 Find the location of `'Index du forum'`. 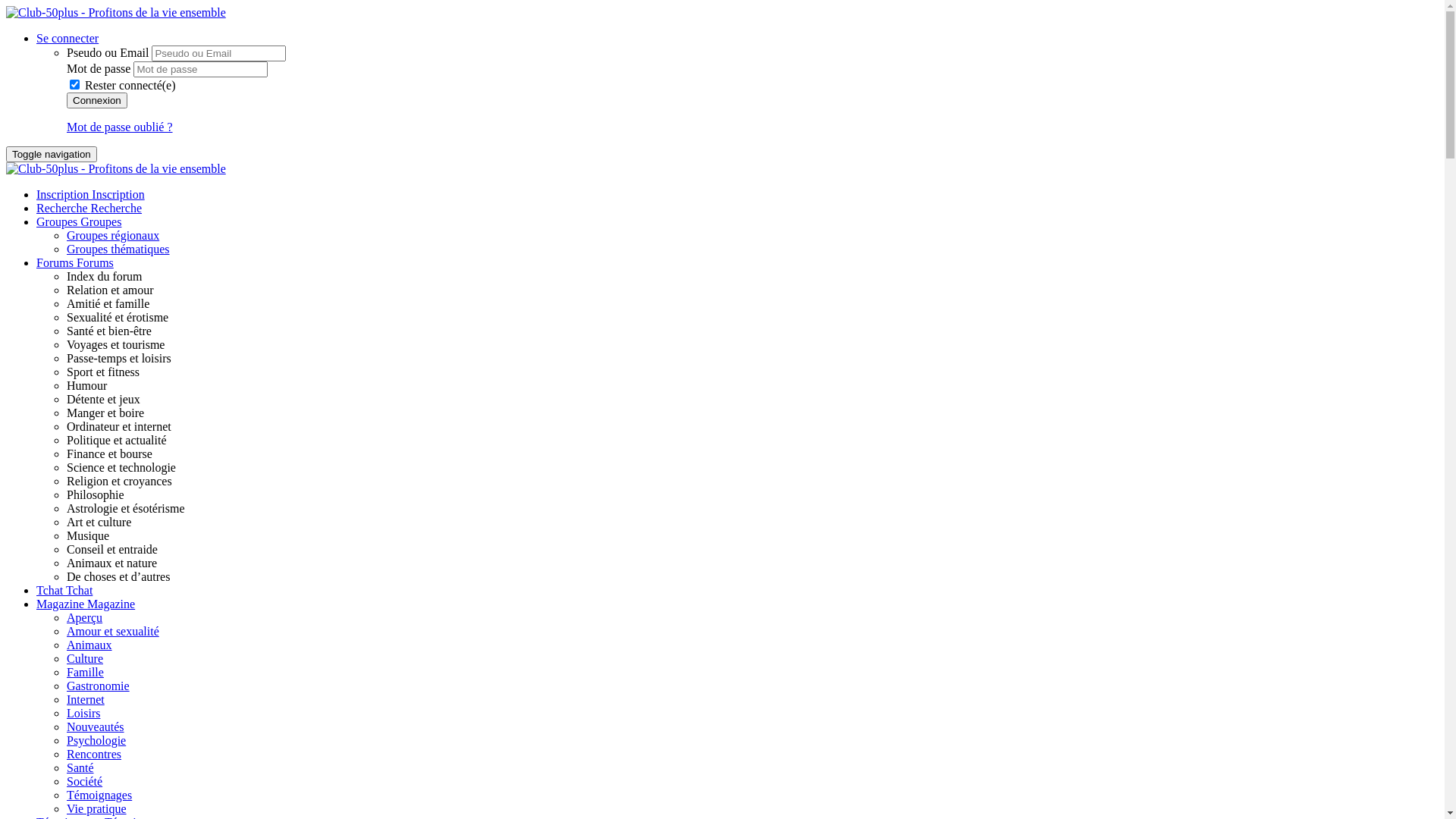

'Index du forum' is located at coordinates (104, 276).